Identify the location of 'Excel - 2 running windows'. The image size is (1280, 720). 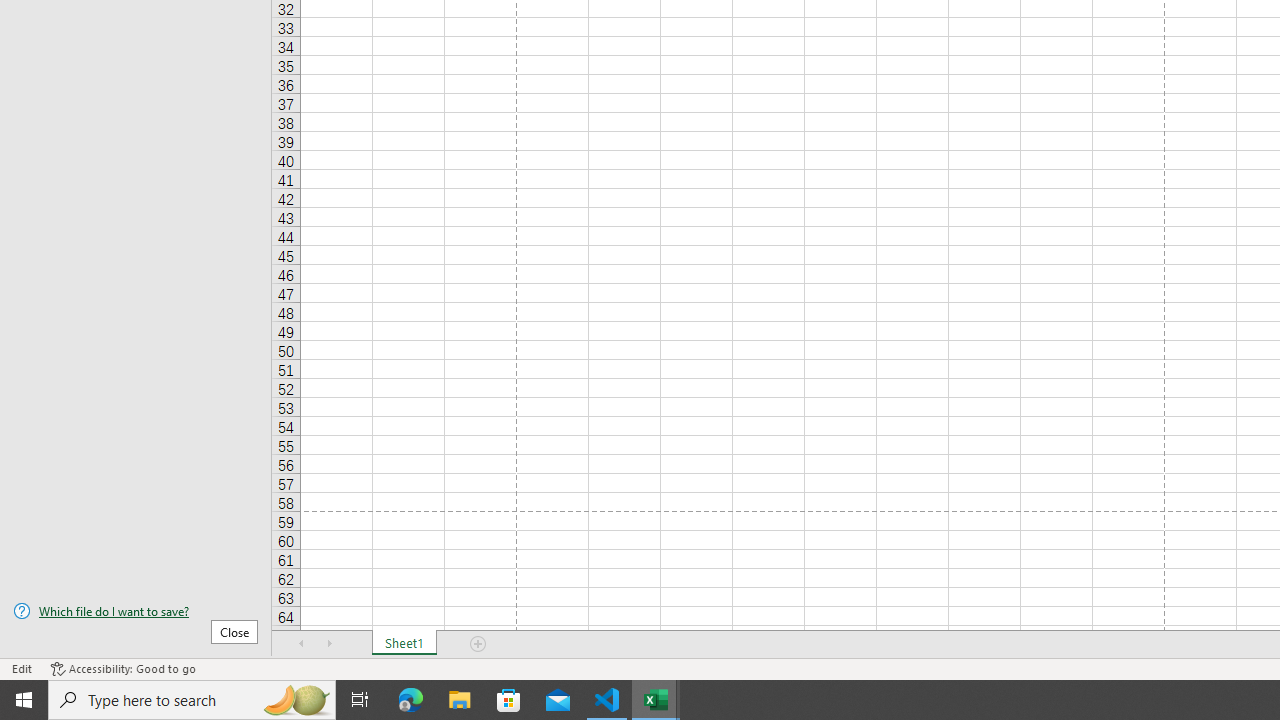
(656, 698).